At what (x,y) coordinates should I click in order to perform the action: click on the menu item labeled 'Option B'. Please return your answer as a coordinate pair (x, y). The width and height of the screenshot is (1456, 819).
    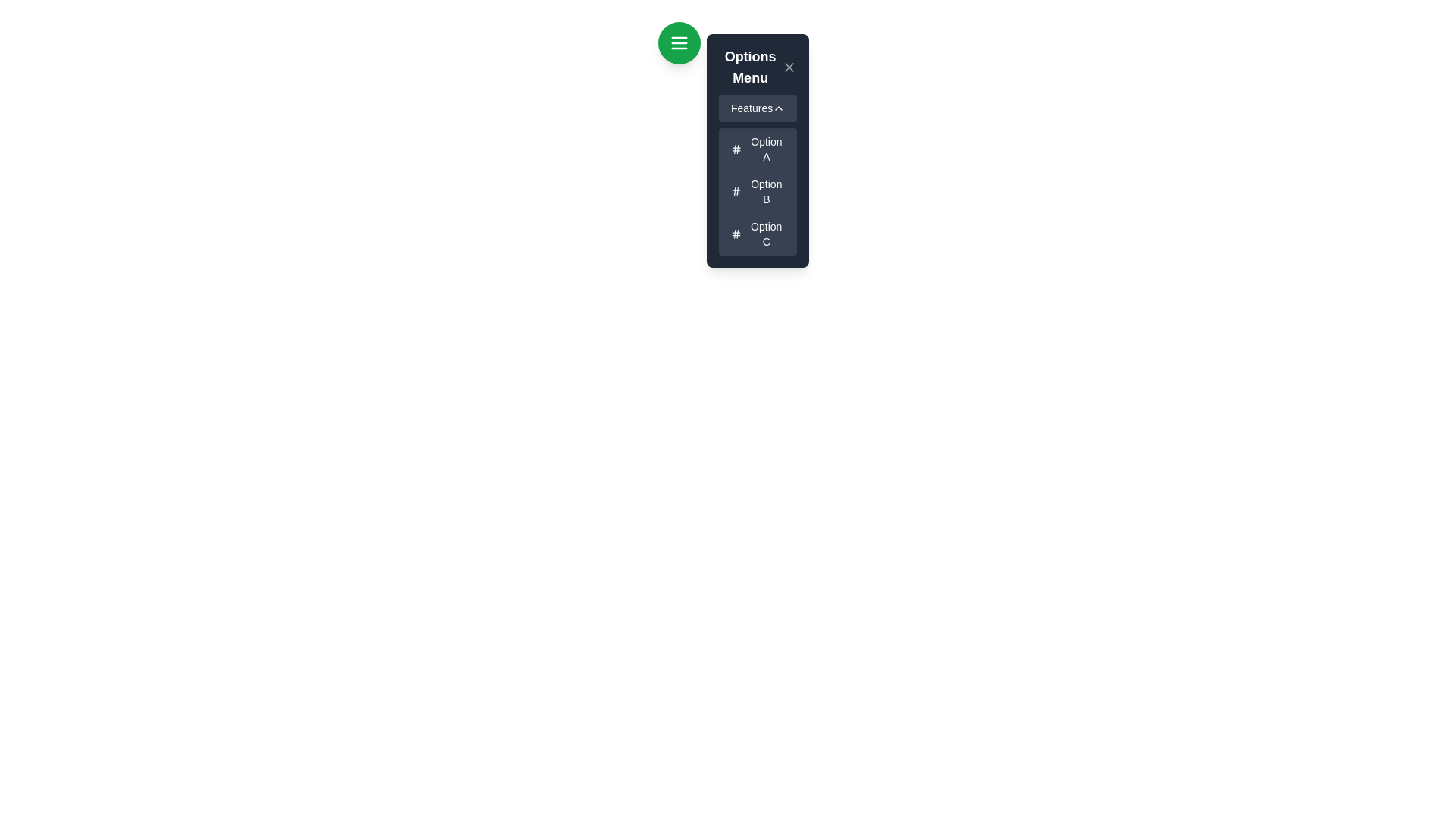
    Looking at the image, I should click on (758, 191).